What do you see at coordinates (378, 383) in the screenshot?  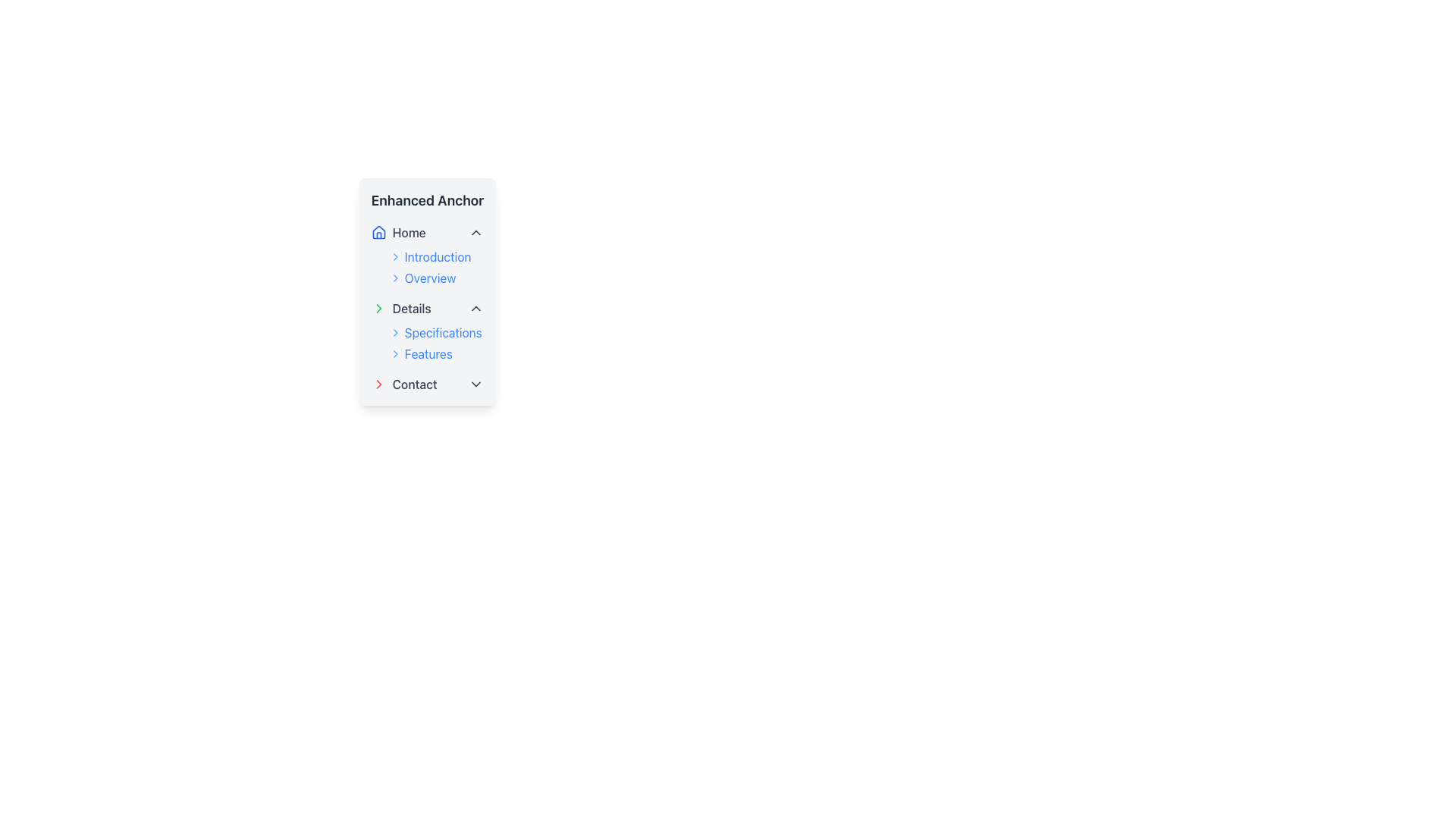 I see `the red chevron icon pointing right located in the 'Contact' section` at bounding box center [378, 383].